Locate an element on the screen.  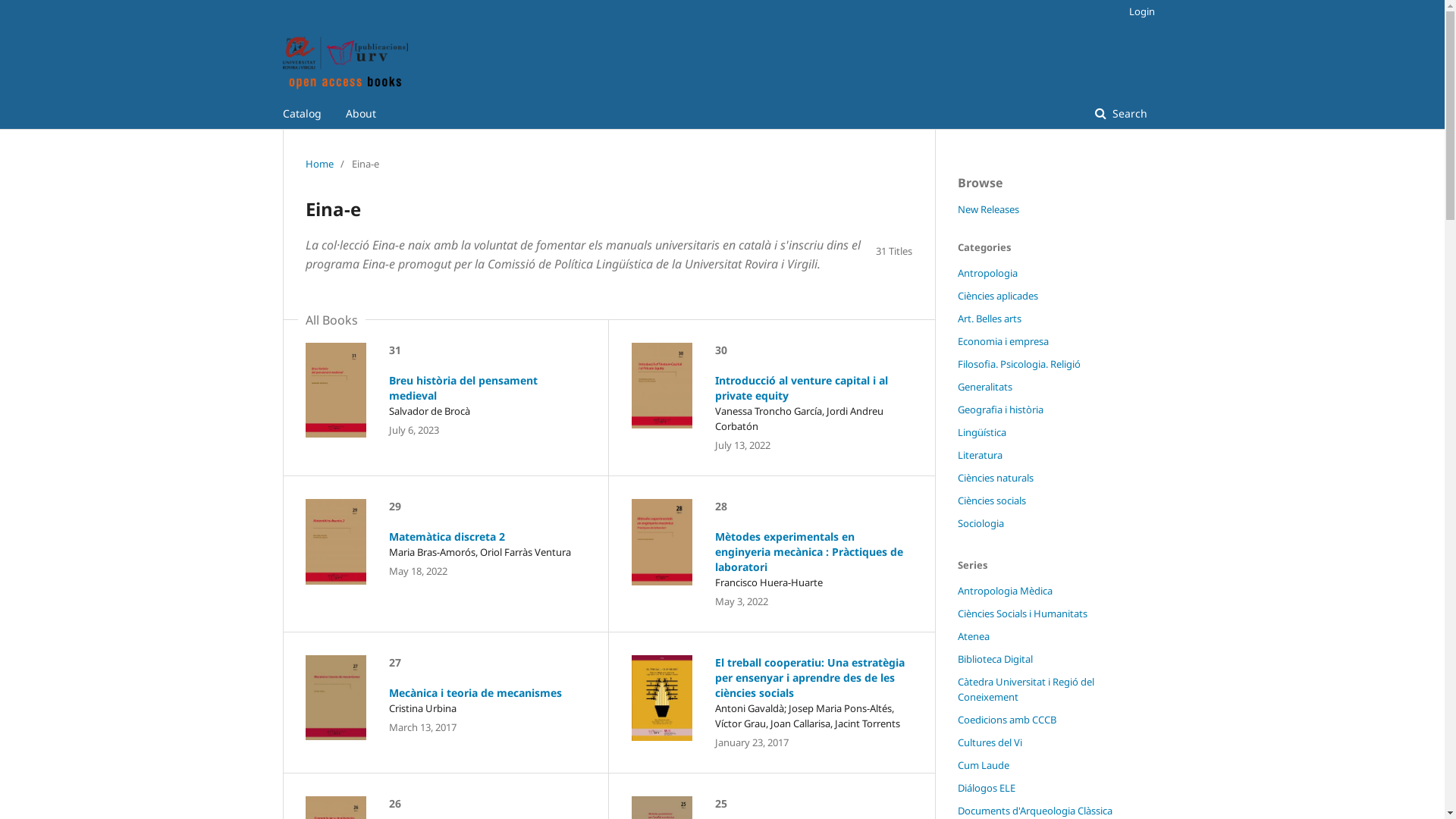
'Coedicions amb CCCB' is located at coordinates (1006, 718).